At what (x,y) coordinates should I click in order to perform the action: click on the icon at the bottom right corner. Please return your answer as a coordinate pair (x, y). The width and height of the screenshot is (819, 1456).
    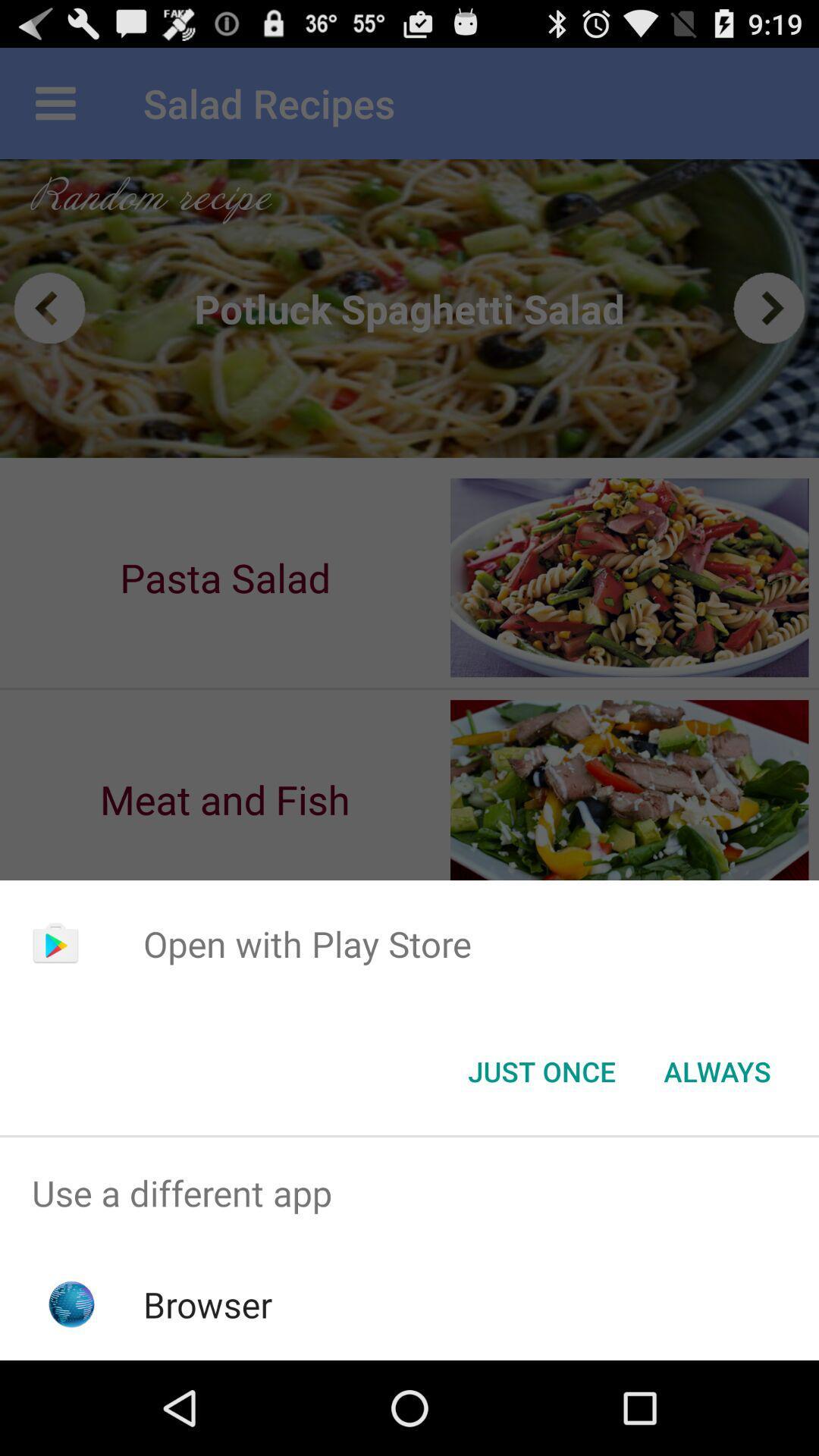
    Looking at the image, I should click on (717, 1070).